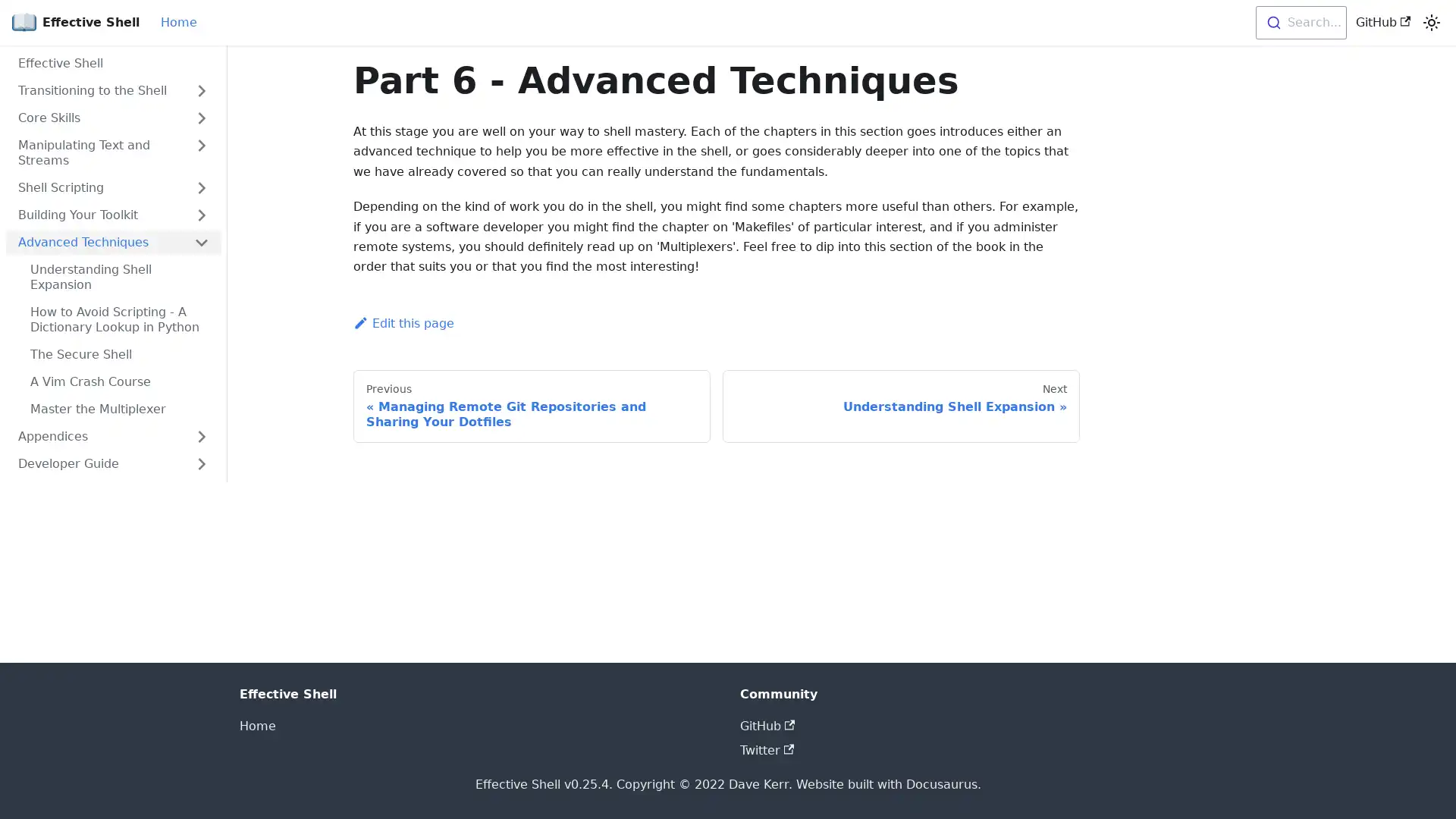 Image resolution: width=1456 pixels, height=819 pixels. Describe the element at coordinates (200, 152) in the screenshot. I see `Toggle the collapsible sidebar category 'Manipulating Text and Streams'` at that location.